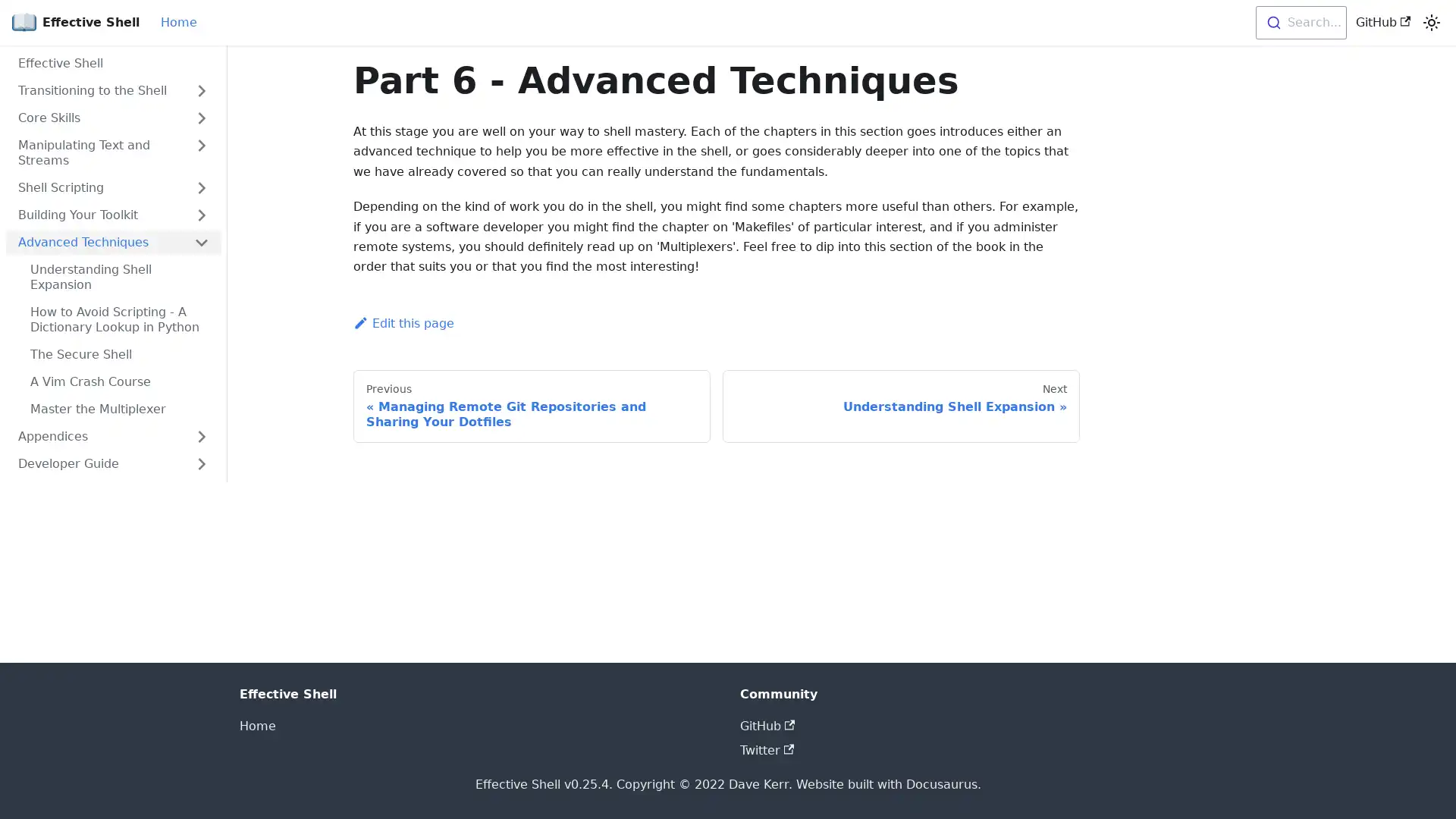 Image resolution: width=1456 pixels, height=819 pixels. Describe the element at coordinates (200, 152) in the screenshot. I see `Toggle the collapsible sidebar category 'Manipulating Text and Streams'` at that location.